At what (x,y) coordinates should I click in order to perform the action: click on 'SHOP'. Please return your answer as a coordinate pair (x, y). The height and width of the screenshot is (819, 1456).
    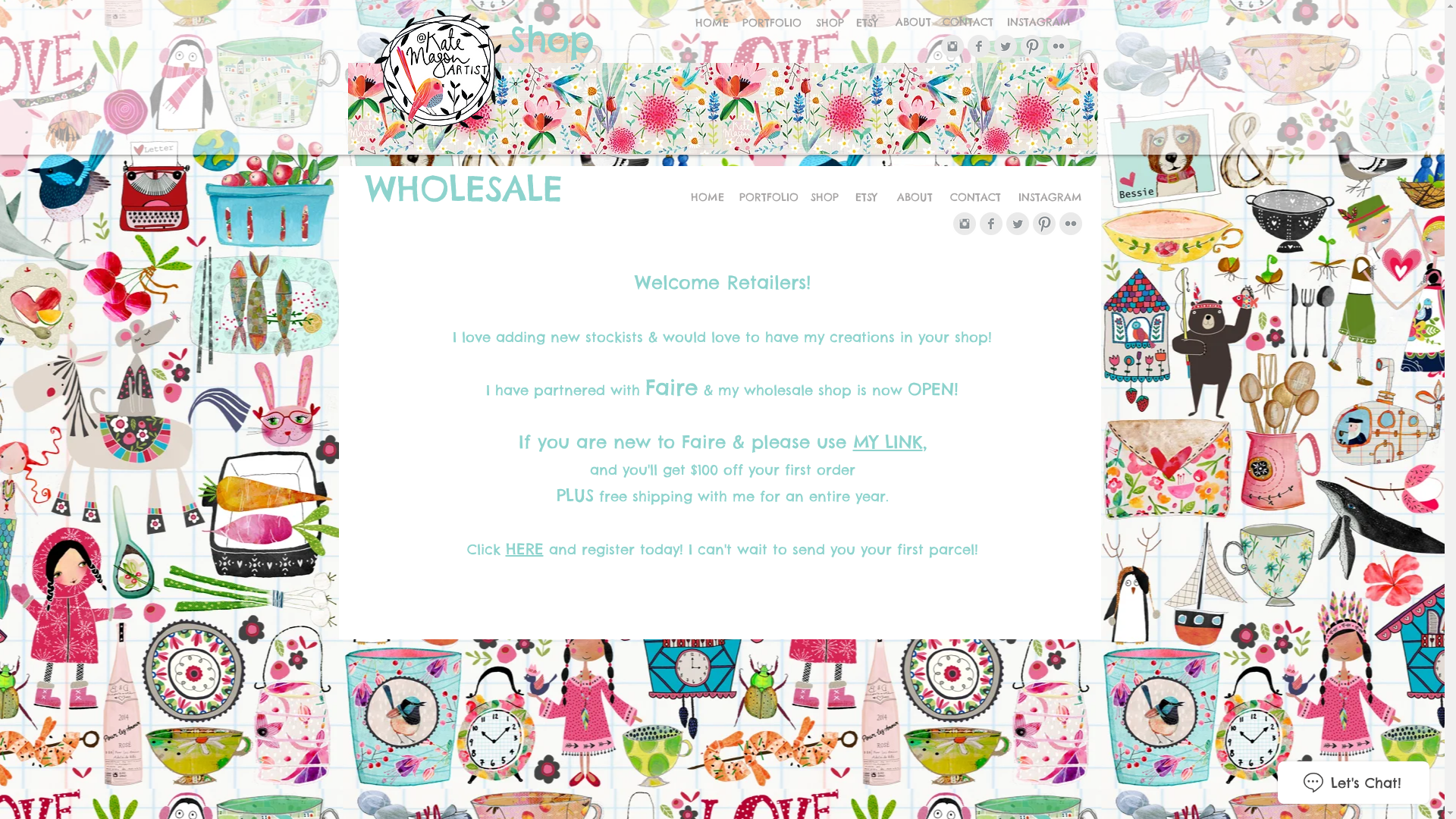
    Looking at the image, I should click on (828, 23).